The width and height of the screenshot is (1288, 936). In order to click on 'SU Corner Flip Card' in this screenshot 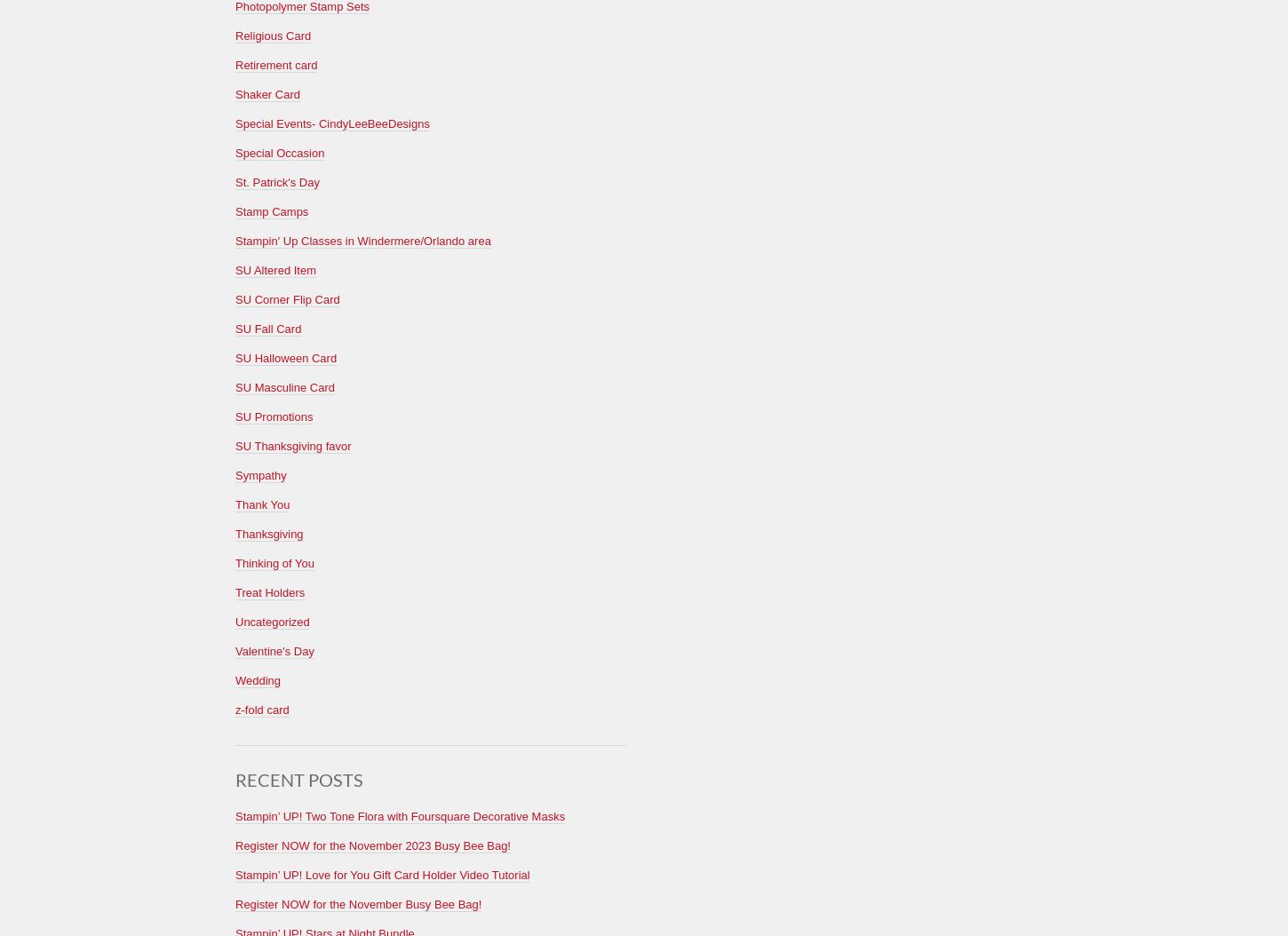, I will do `click(287, 298)`.